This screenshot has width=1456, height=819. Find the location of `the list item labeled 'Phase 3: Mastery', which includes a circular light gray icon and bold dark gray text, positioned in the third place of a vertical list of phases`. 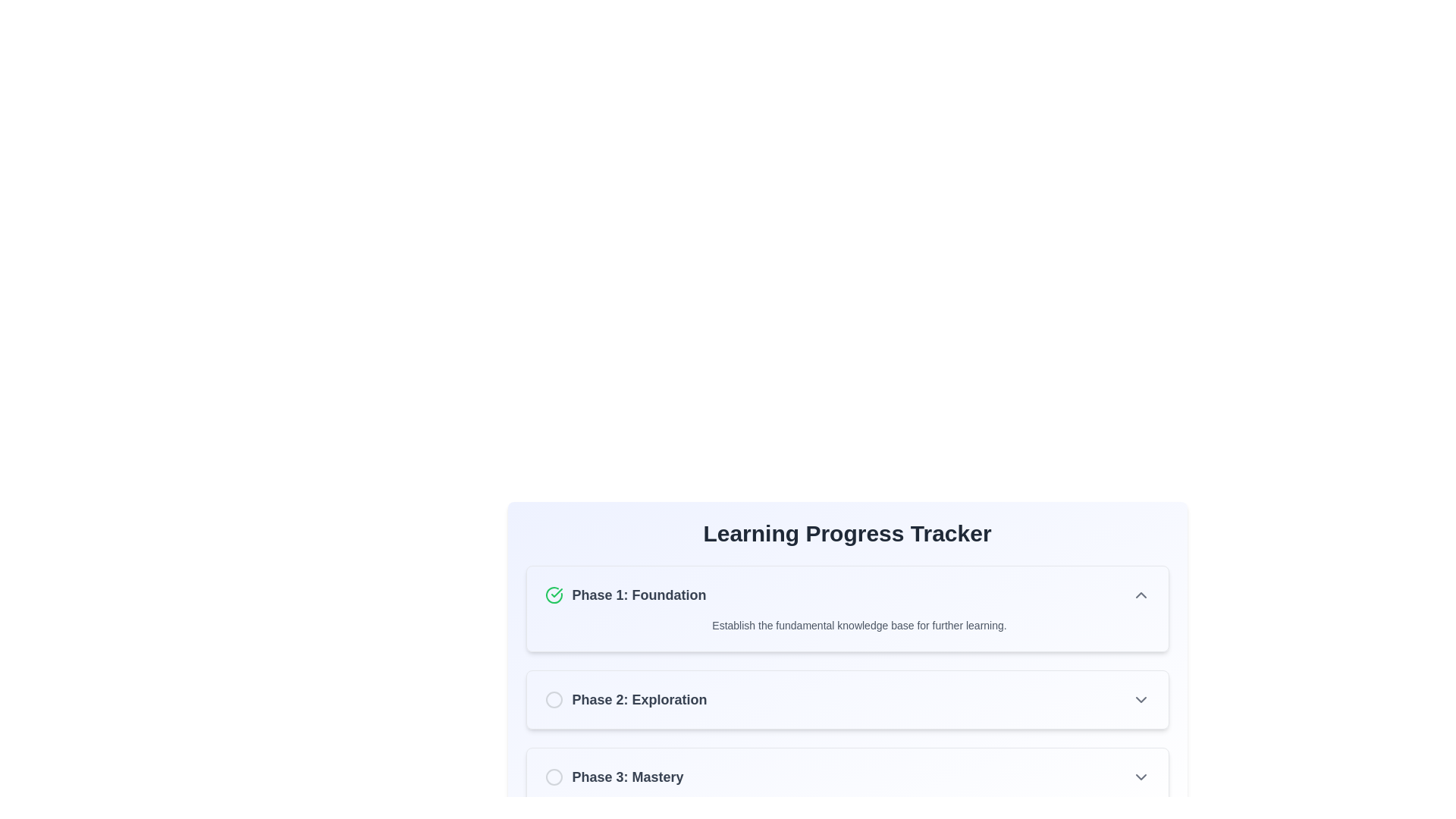

the list item labeled 'Phase 3: Mastery', which includes a circular light gray icon and bold dark gray text, positioned in the third place of a vertical list of phases is located at coordinates (614, 777).